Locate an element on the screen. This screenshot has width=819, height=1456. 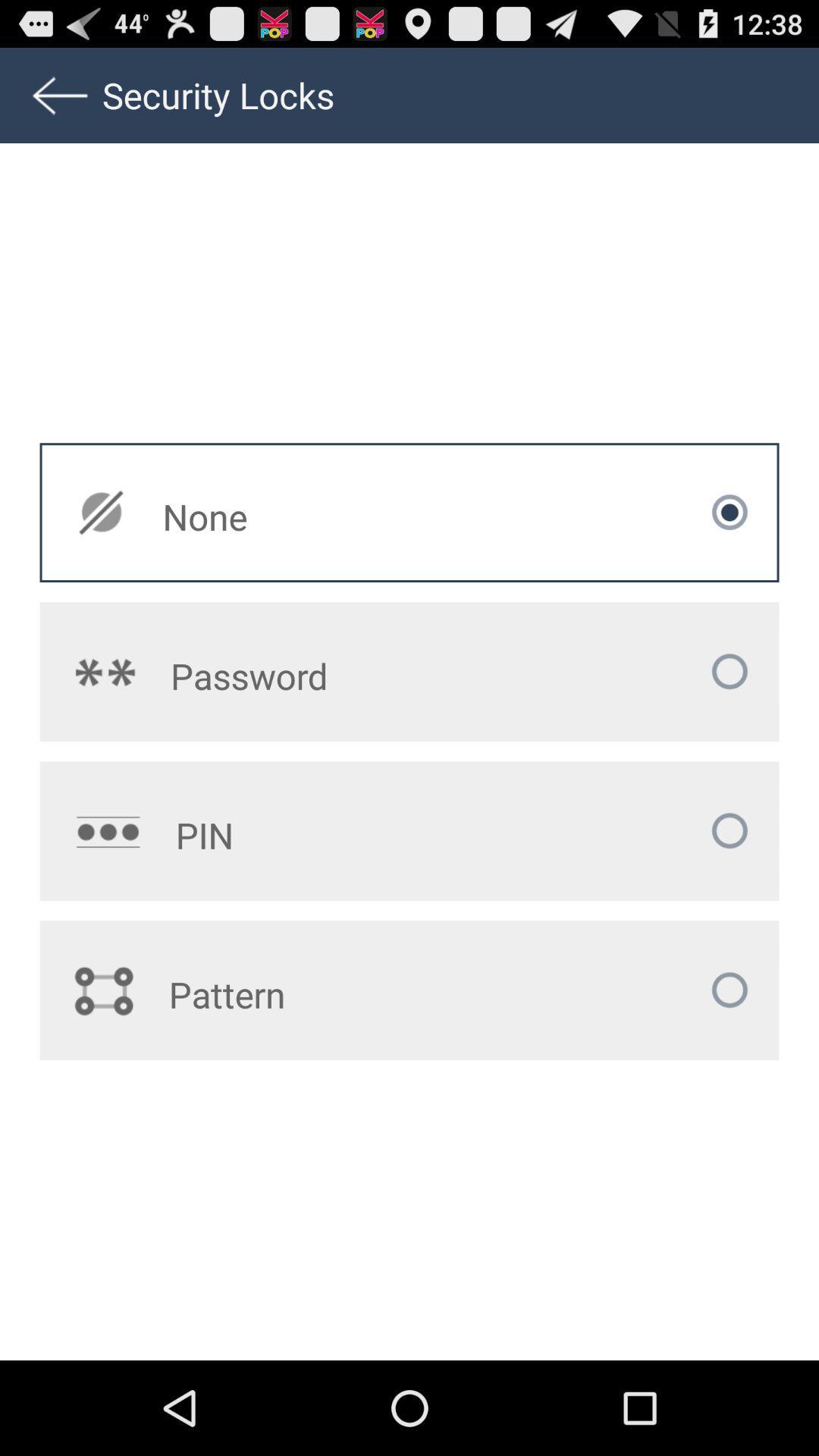
icon below the none app is located at coordinates (318, 675).